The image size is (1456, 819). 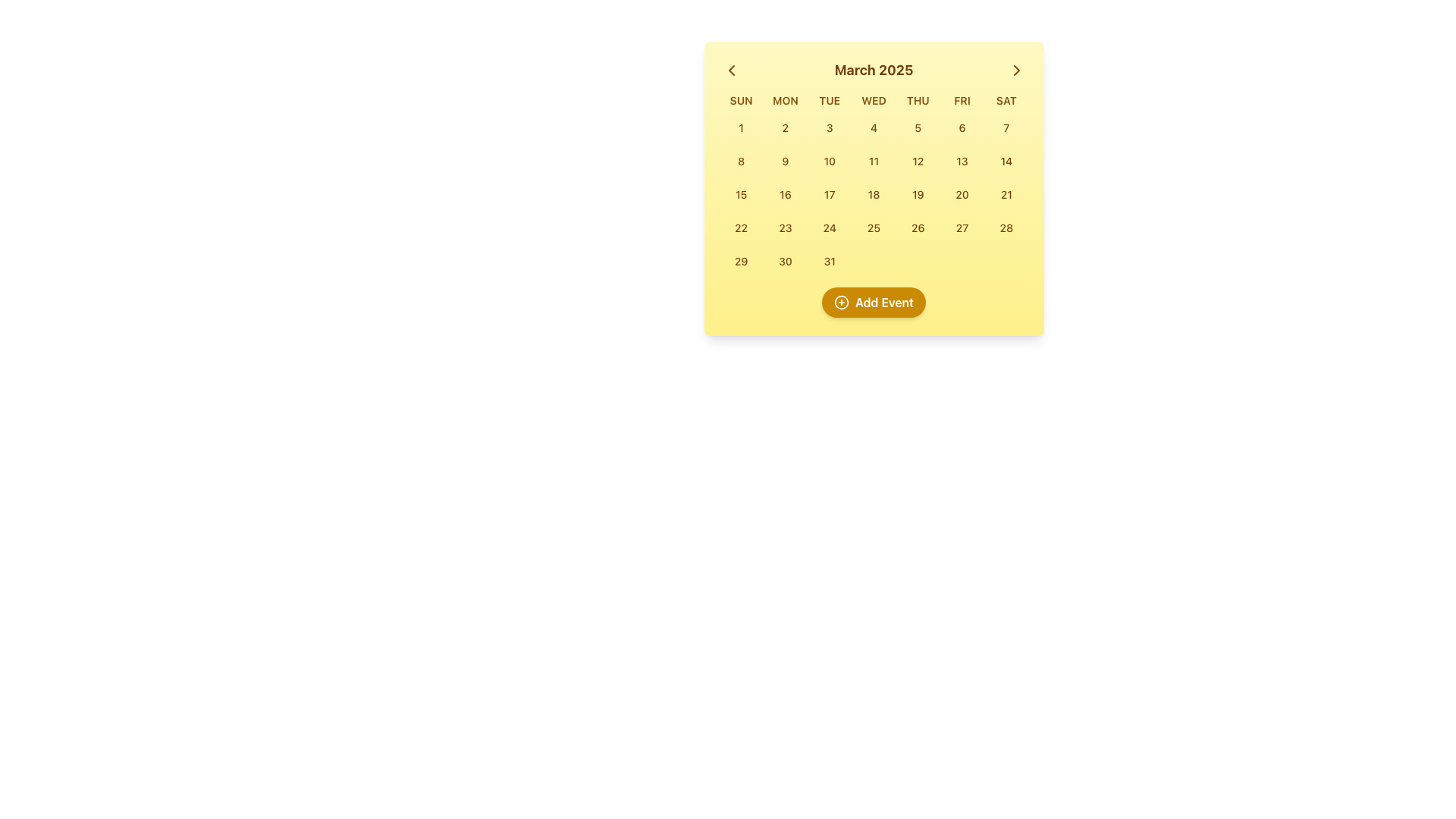 I want to click on the text element representing the 14th day in the March 2025 calendar, so click(x=1006, y=161).